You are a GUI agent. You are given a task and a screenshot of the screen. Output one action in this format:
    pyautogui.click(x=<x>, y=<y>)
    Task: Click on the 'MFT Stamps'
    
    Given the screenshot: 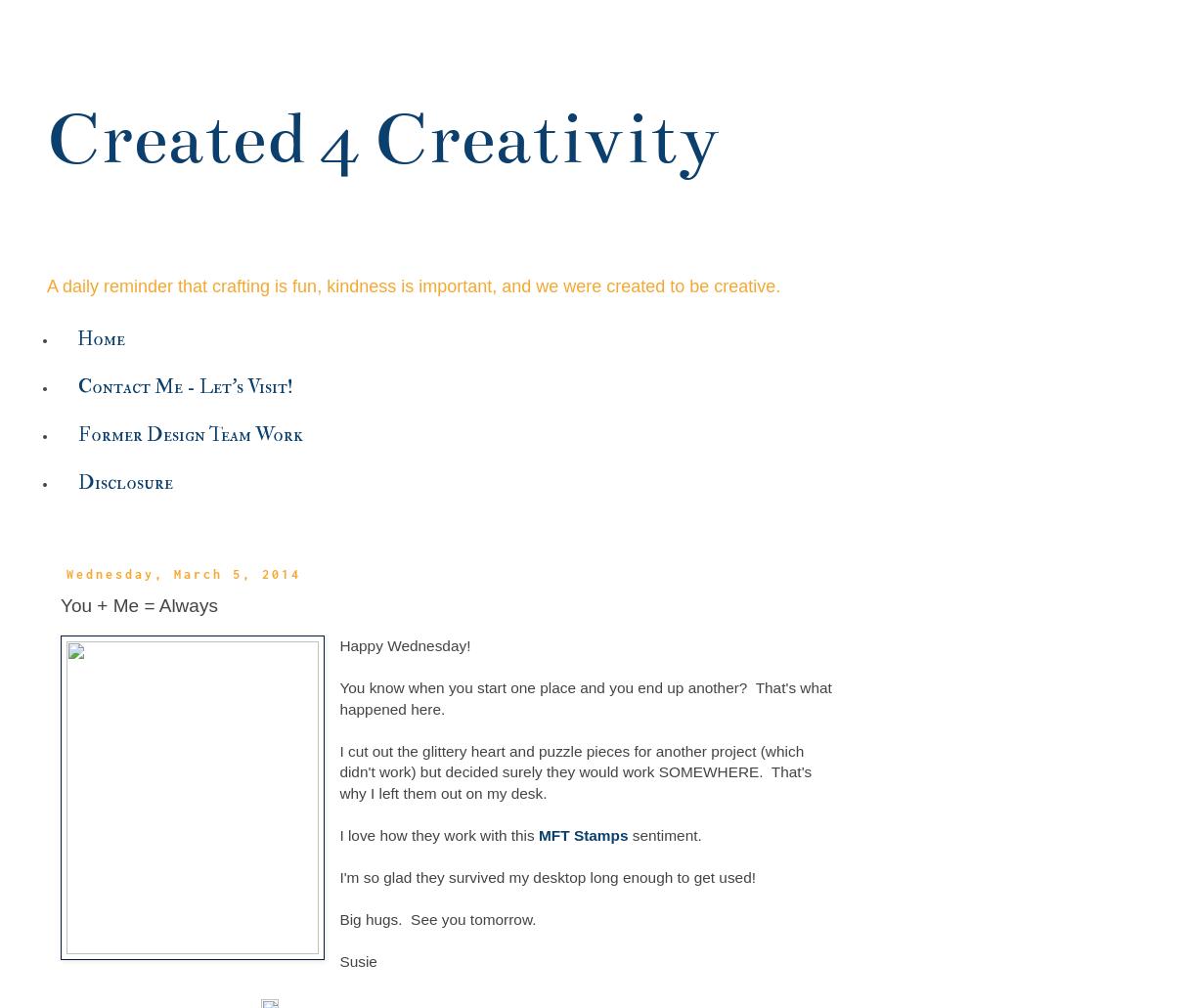 What is the action you would take?
    pyautogui.click(x=584, y=835)
    